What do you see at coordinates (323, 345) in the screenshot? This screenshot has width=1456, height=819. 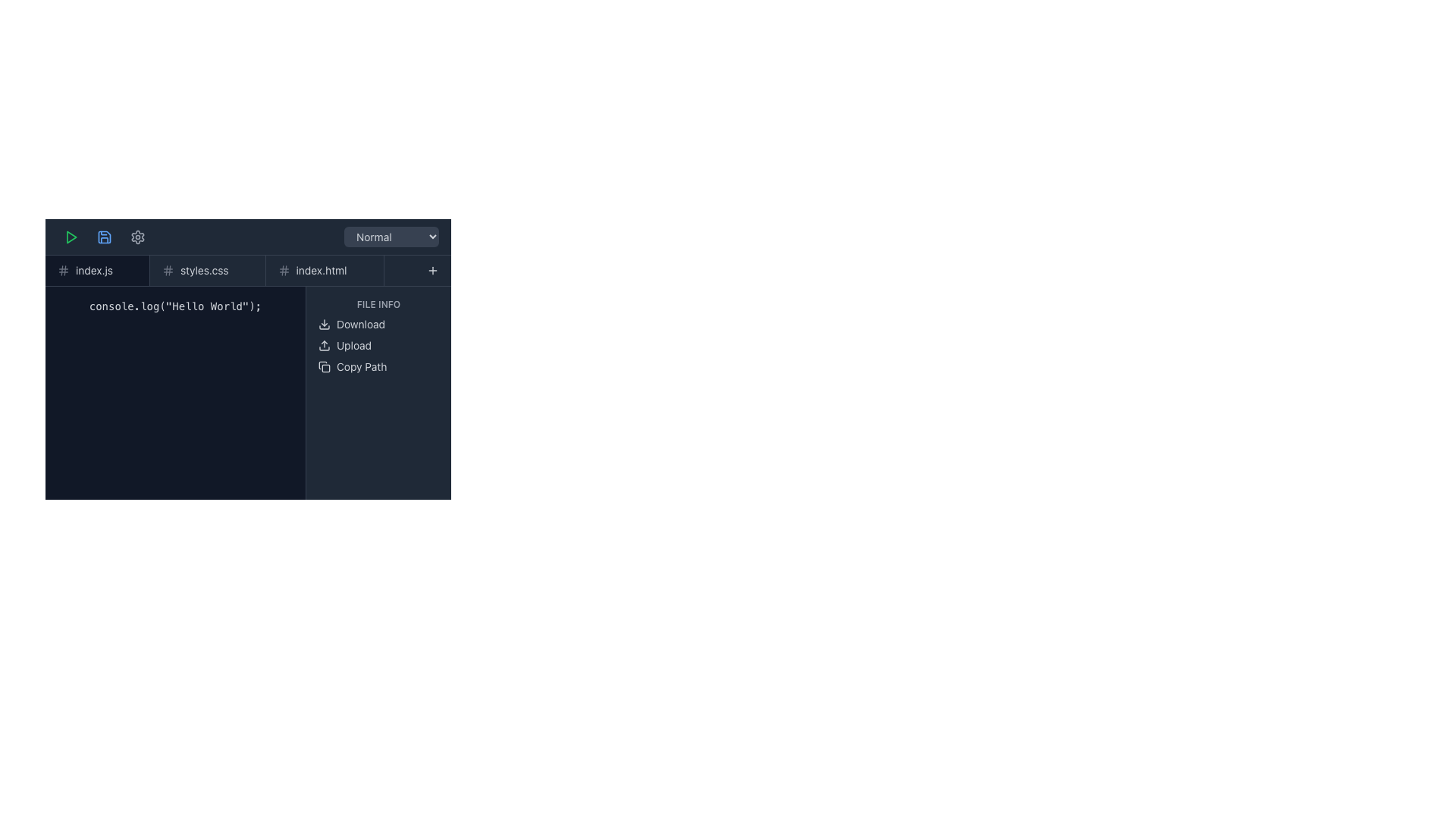 I see `the upload icon, which features an upward-pointing arrow above a horizontal rectangle, located on the right side of the interface preceding the 'Upload' text` at bounding box center [323, 345].